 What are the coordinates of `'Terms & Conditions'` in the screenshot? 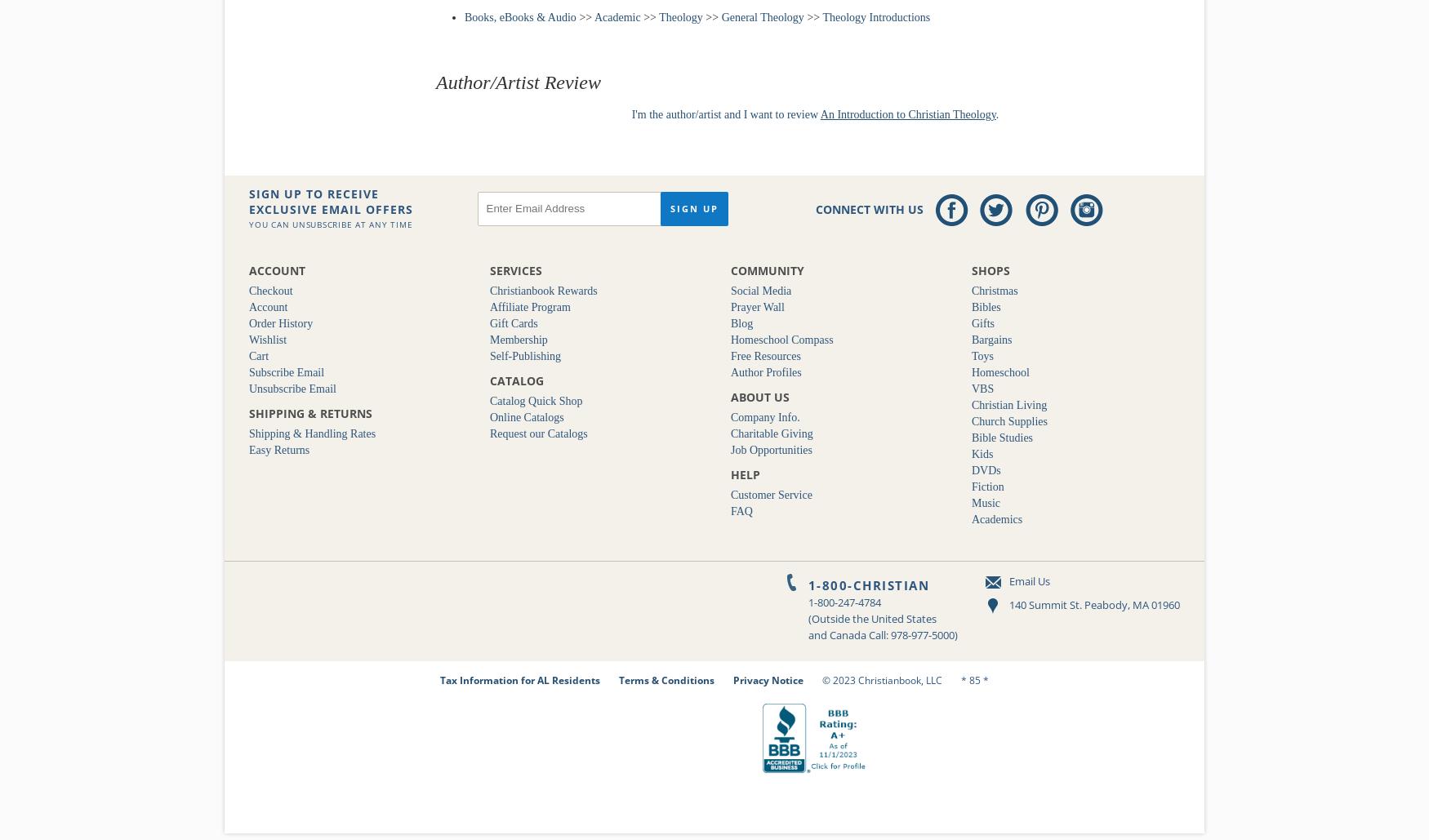 It's located at (666, 678).